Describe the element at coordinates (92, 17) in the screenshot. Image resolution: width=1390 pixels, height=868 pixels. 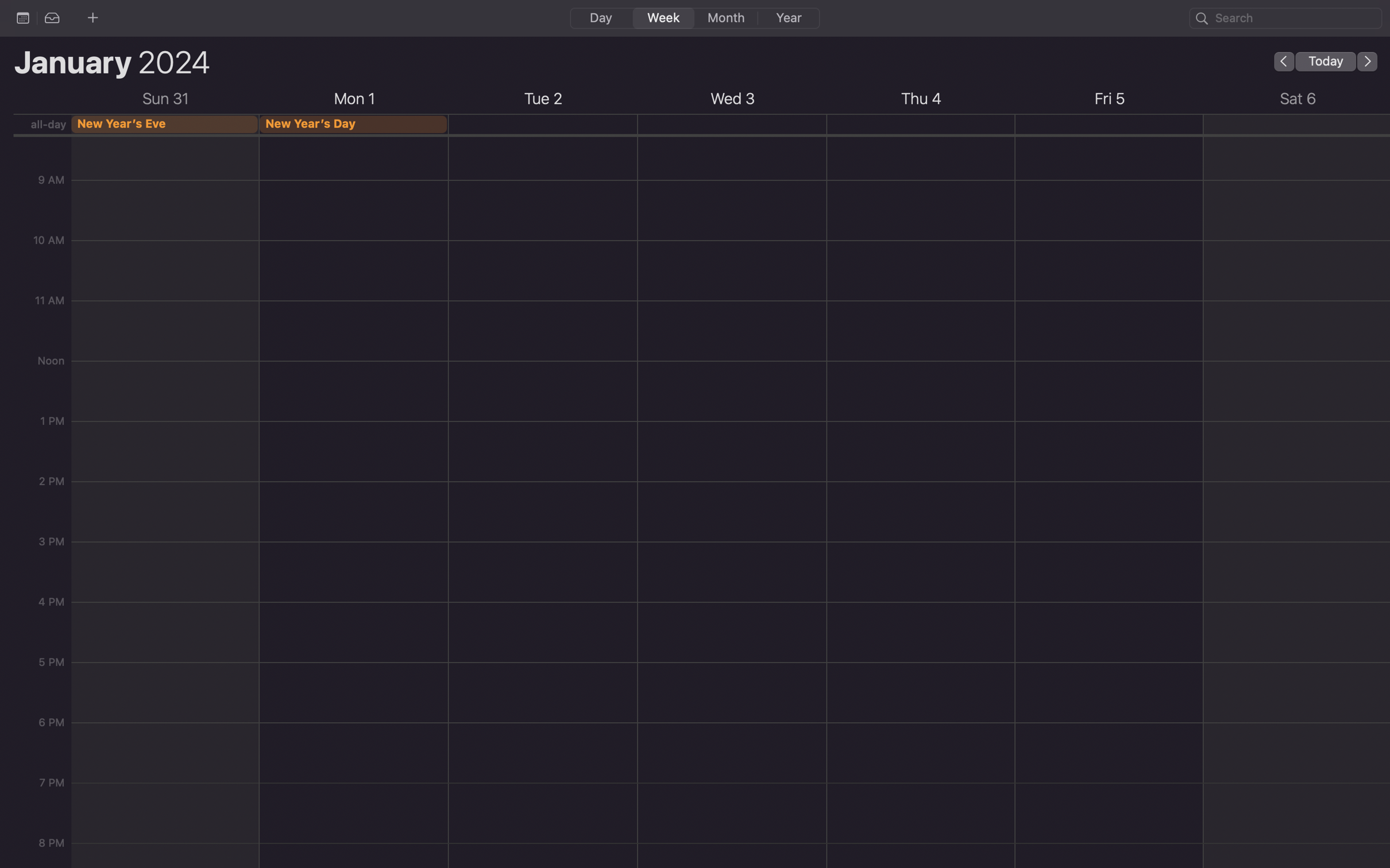
I see `Click  the plus symbol for quick event add` at that location.